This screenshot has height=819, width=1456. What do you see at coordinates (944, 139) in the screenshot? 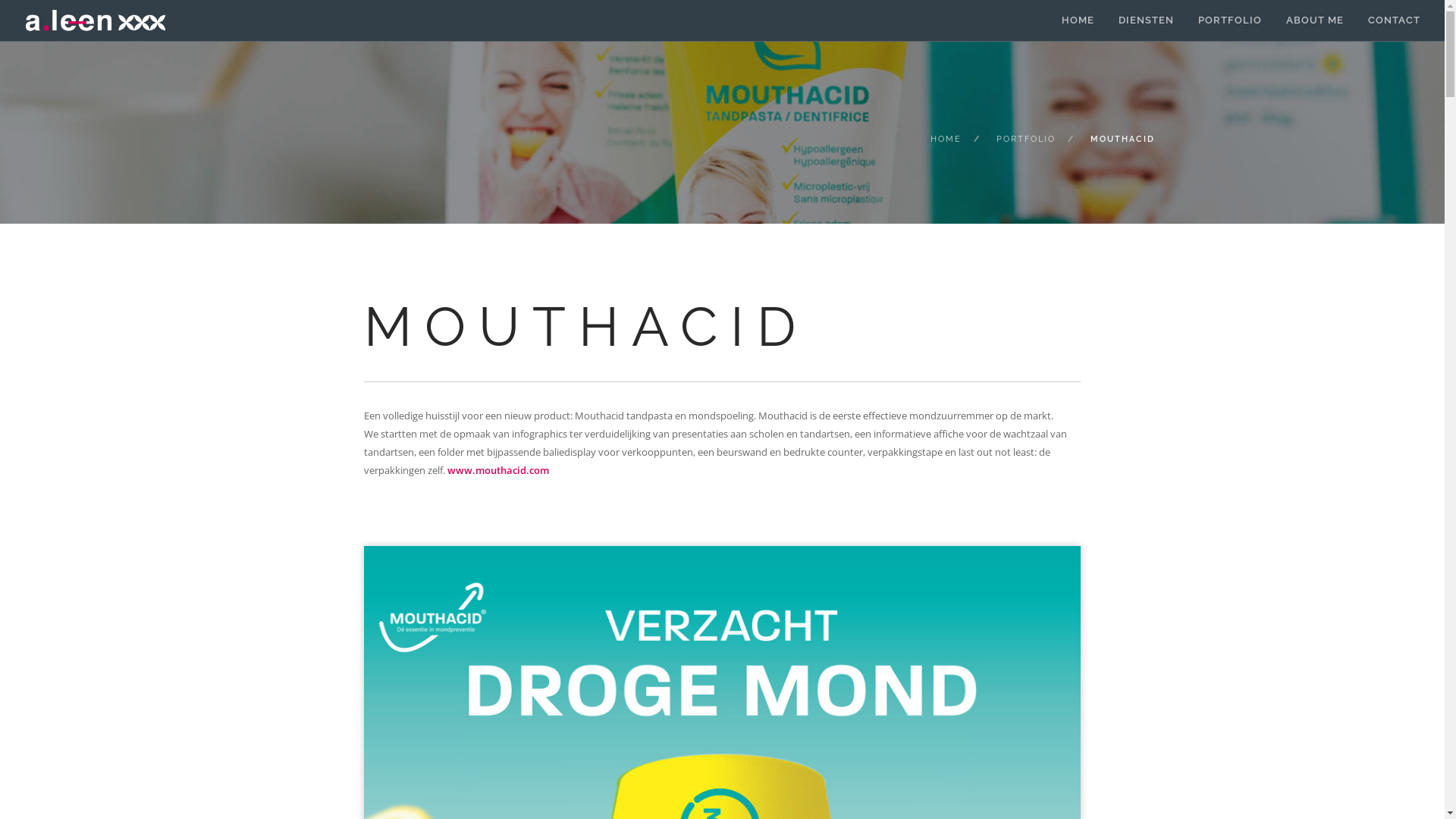
I see `'HOME'` at bounding box center [944, 139].